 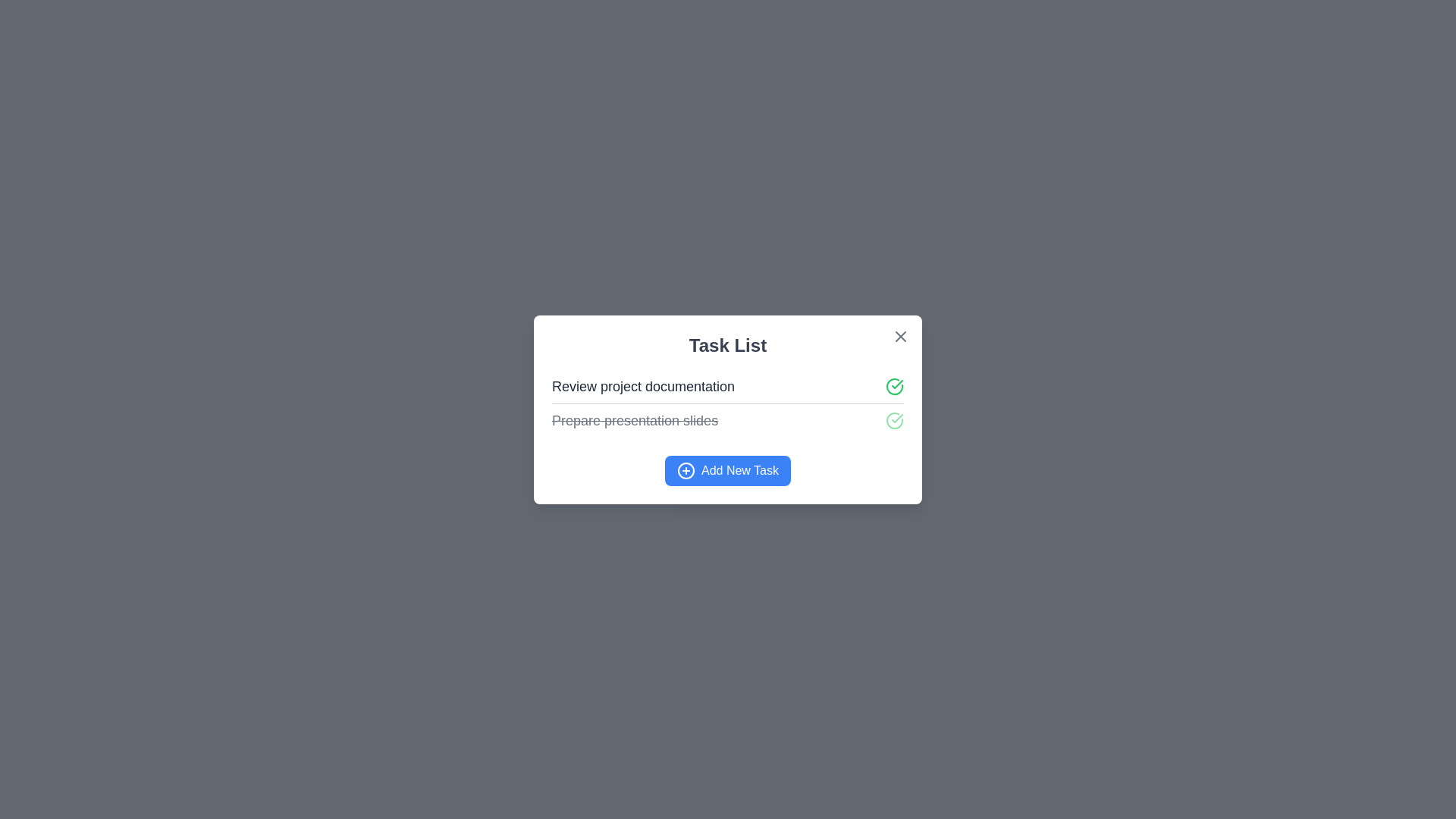 I want to click on the 'Add New Task' button to initiate the task addition process, so click(x=728, y=469).